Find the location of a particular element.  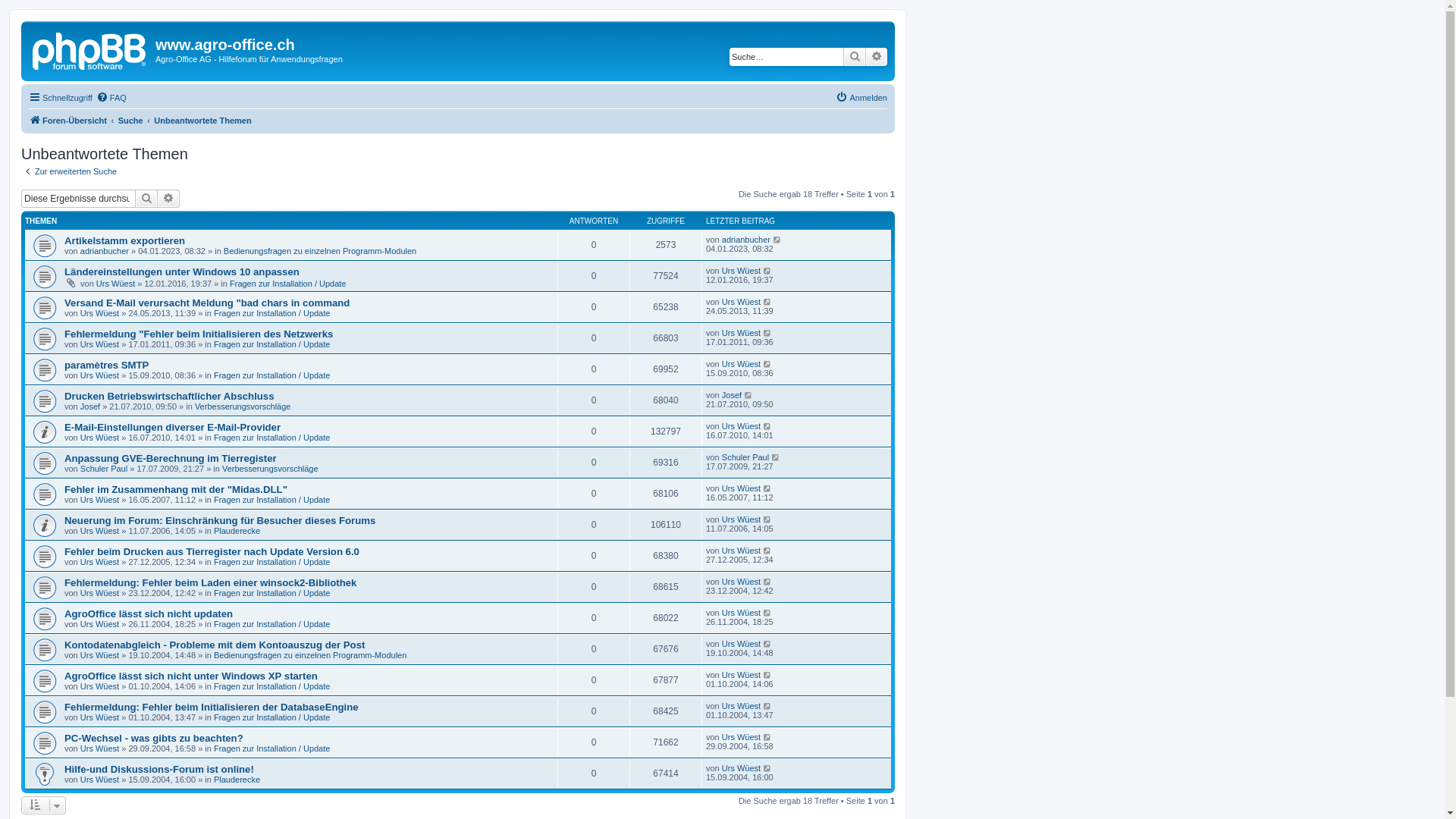

'Fragen zur Installation / Update' is located at coordinates (287, 284).